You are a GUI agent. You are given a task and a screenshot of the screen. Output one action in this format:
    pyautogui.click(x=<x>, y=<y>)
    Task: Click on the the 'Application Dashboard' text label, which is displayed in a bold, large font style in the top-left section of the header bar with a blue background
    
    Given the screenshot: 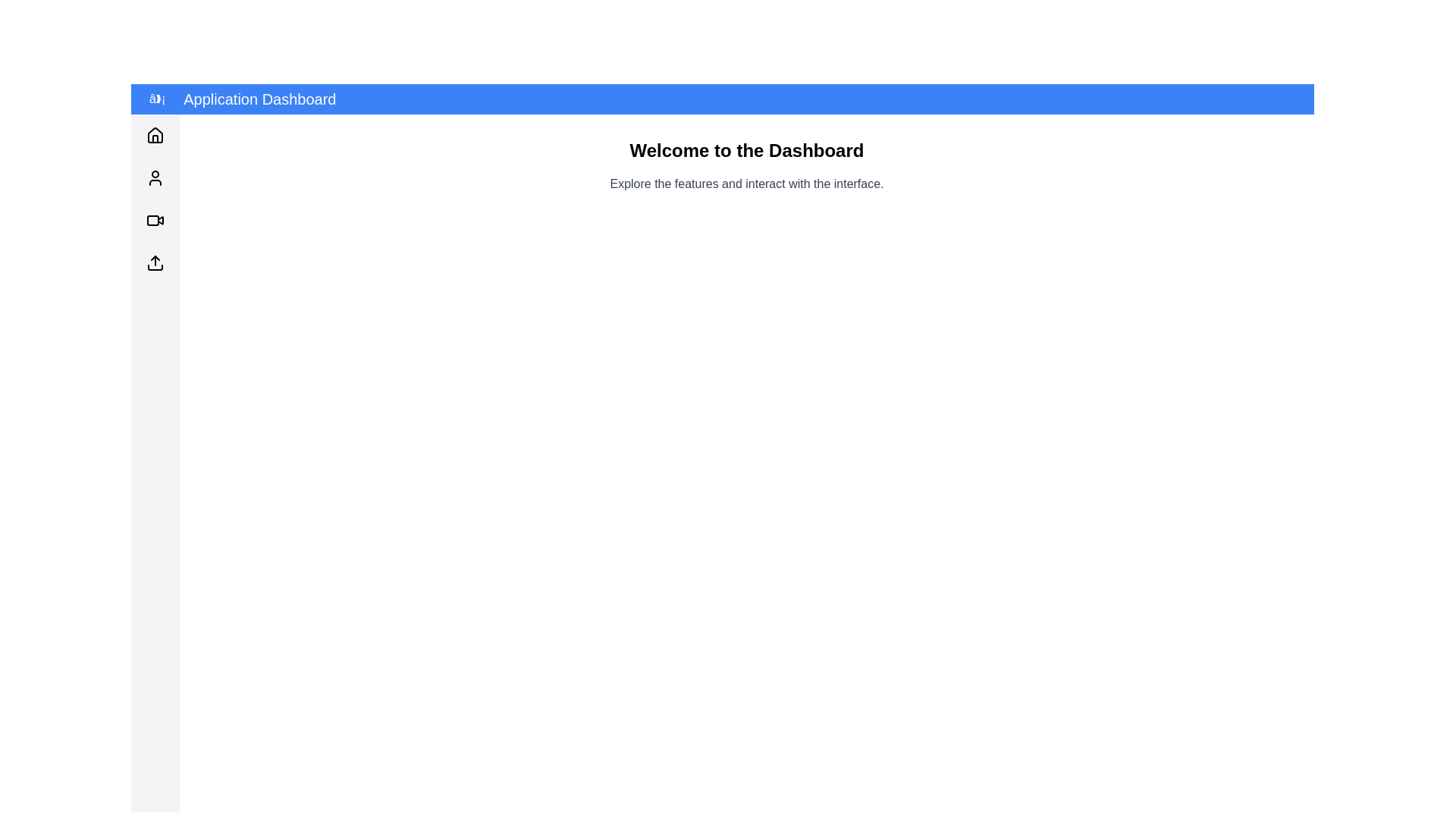 What is the action you would take?
    pyautogui.click(x=259, y=99)
    